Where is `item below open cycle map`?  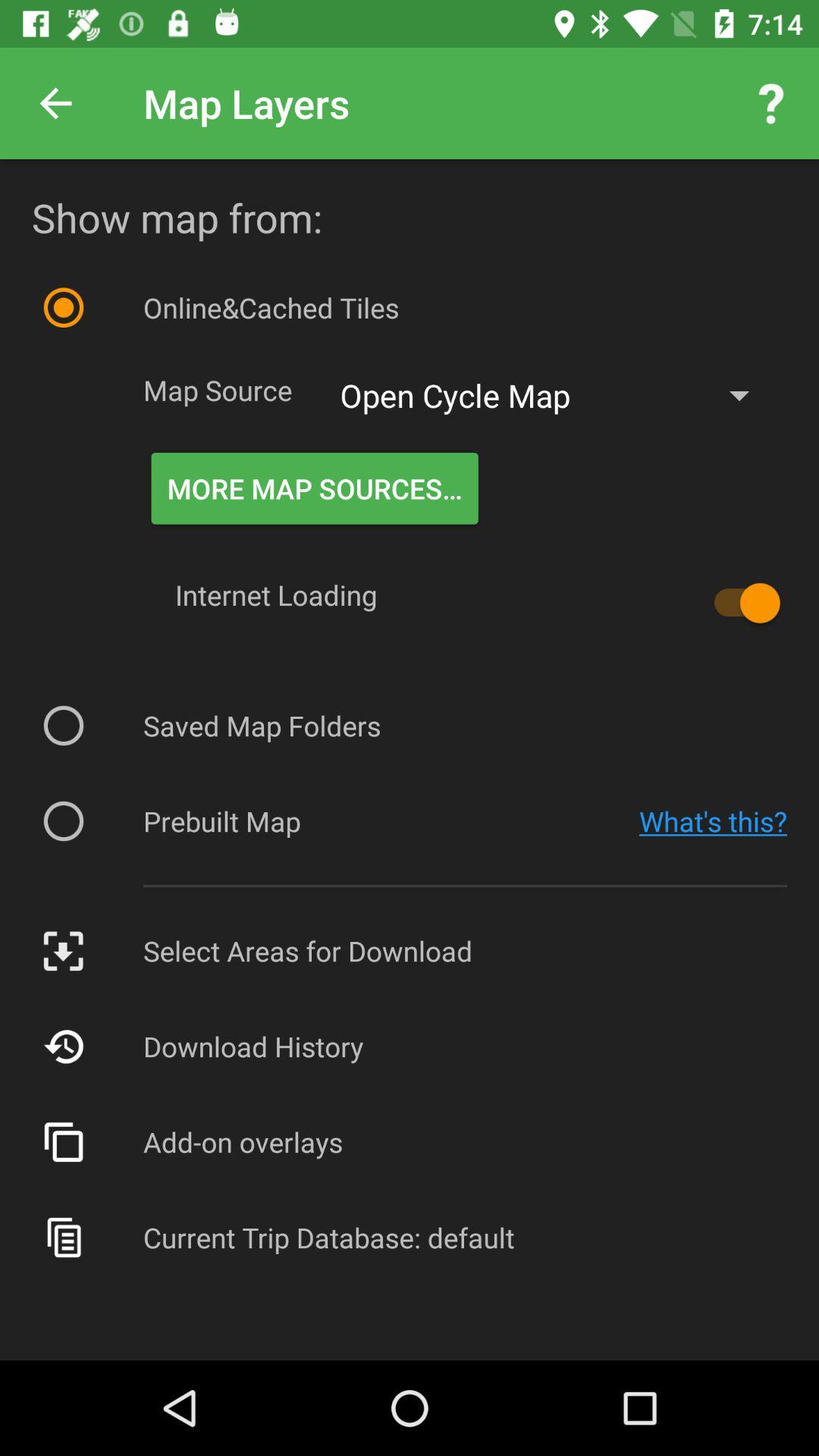
item below open cycle map is located at coordinates (739, 602).